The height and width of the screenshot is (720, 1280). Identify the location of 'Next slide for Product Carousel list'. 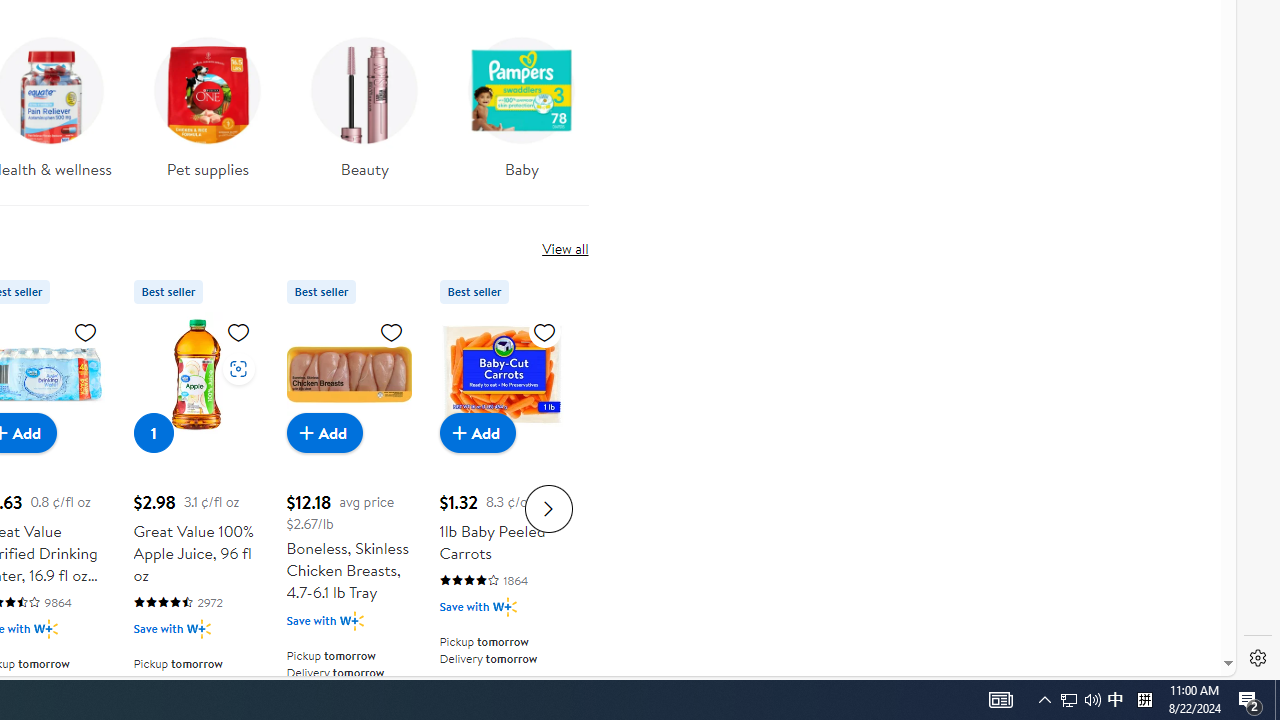
(548, 507).